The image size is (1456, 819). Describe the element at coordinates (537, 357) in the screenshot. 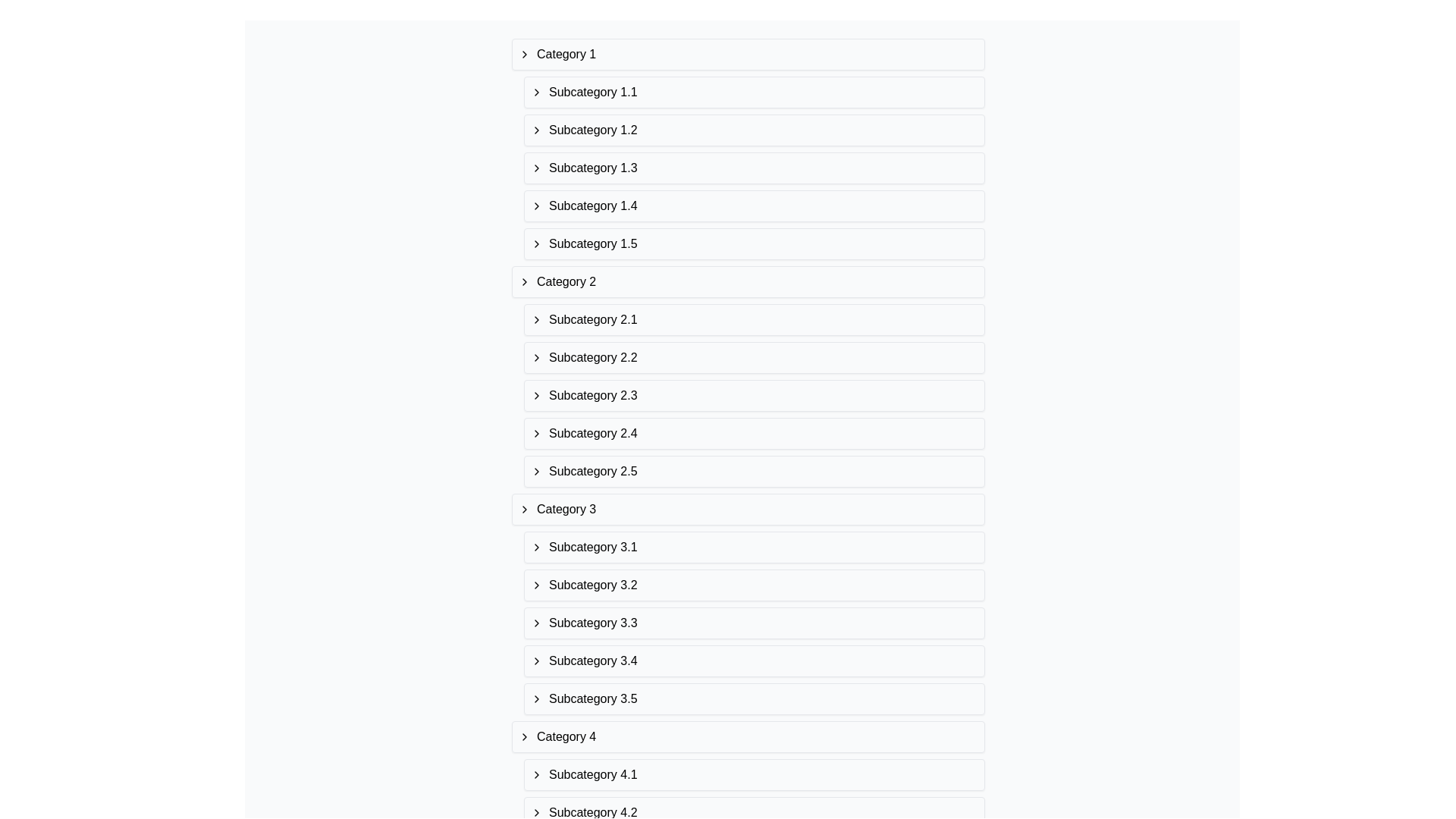

I see `the right-facing chevron icon with a black outline located next to the text 'Subcategory 2.2'` at that location.